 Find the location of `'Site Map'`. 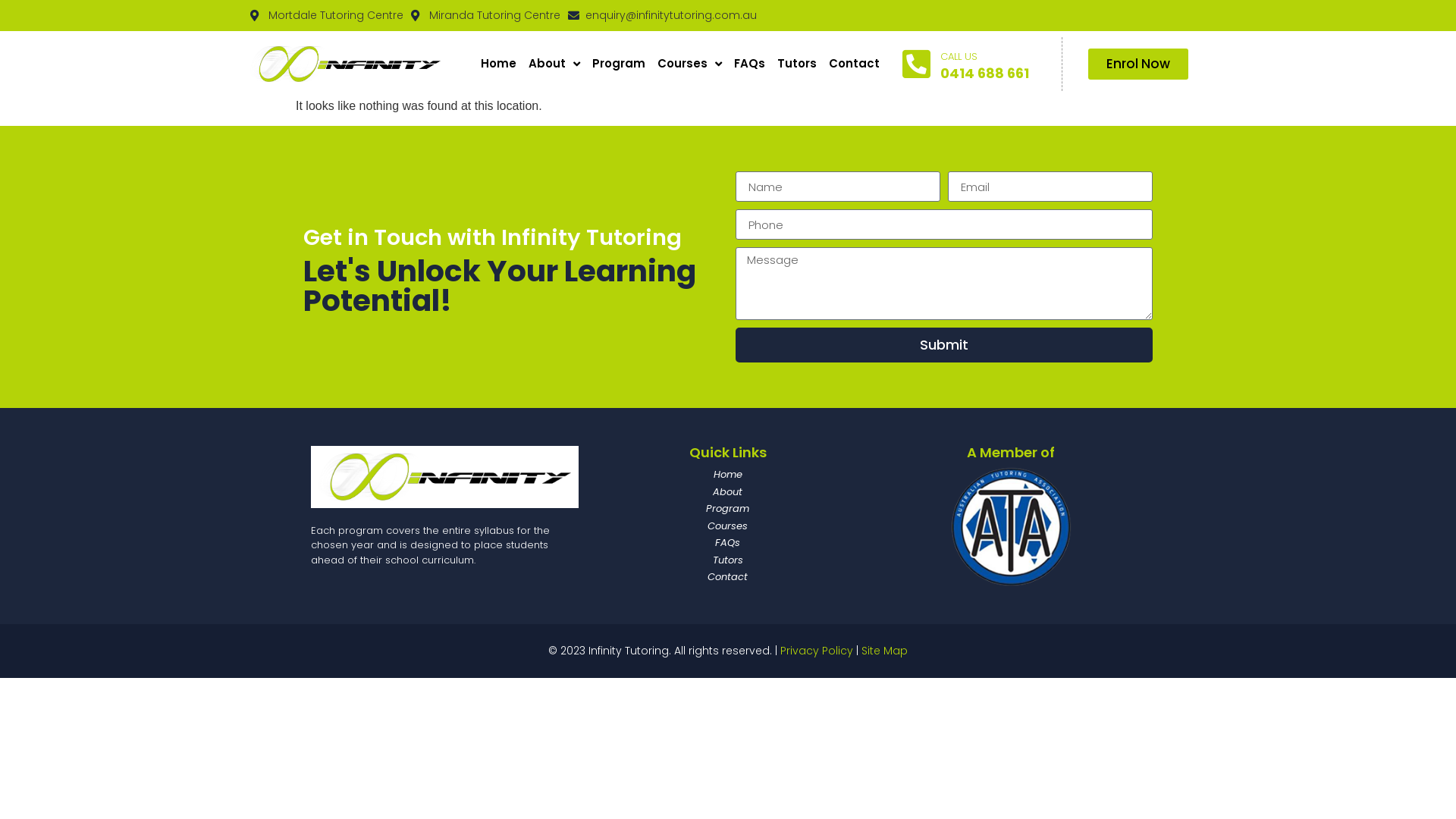

'Site Map' is located at coordinates (861, 649).